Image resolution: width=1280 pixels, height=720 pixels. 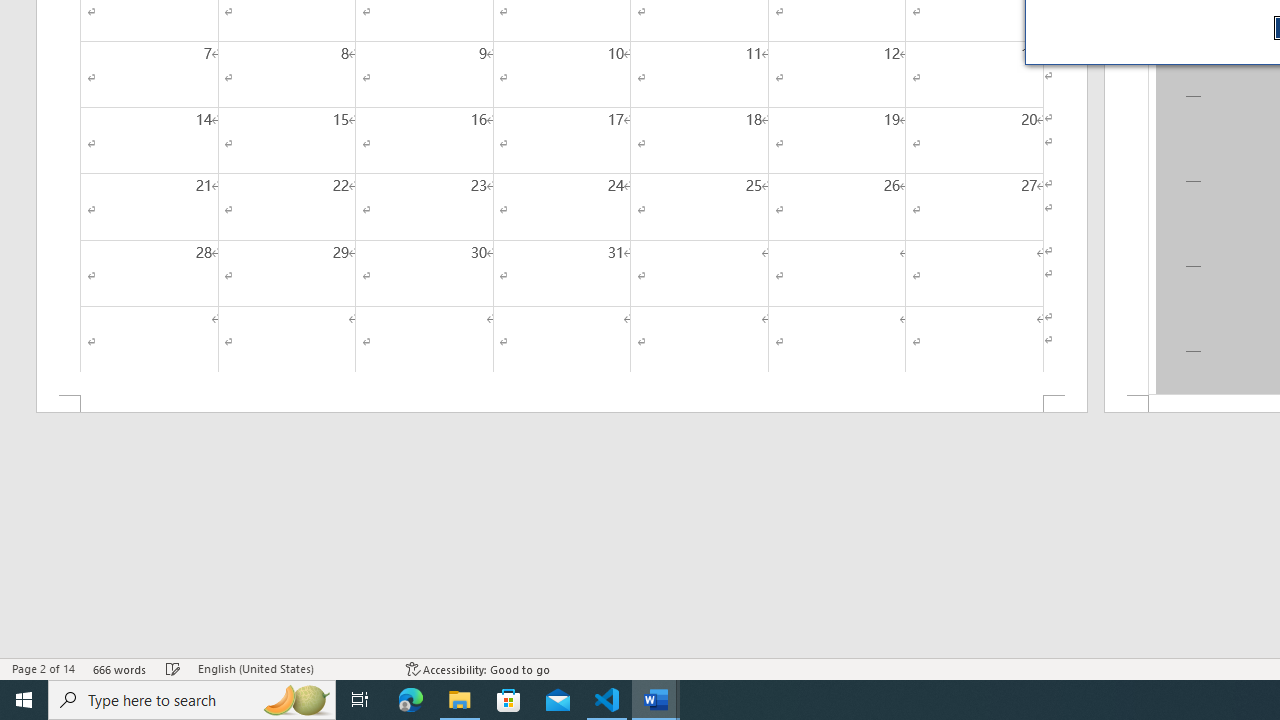 What do you see at coordinates (606, 698) in the screenshot?
I see `'Visual Studio Code - 1 running window'` at bounding box center [606, 698].